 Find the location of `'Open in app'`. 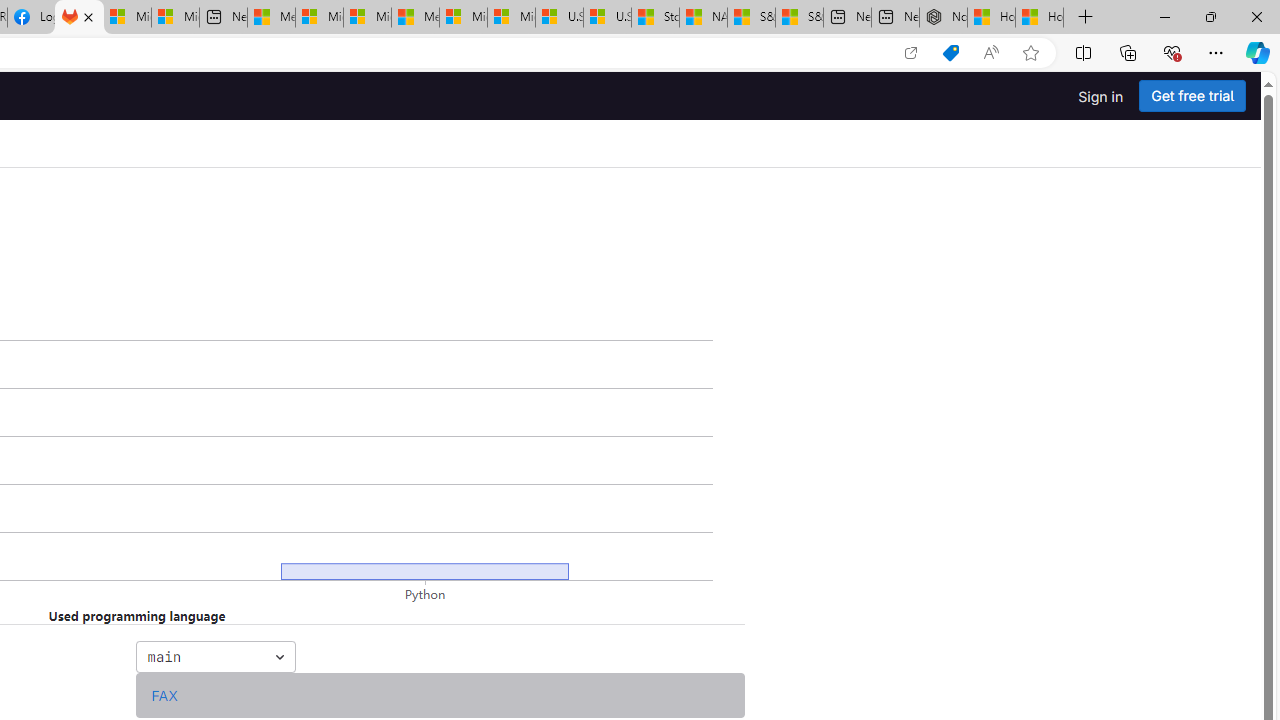

'Open in app' is located at coordinates (909, 52).